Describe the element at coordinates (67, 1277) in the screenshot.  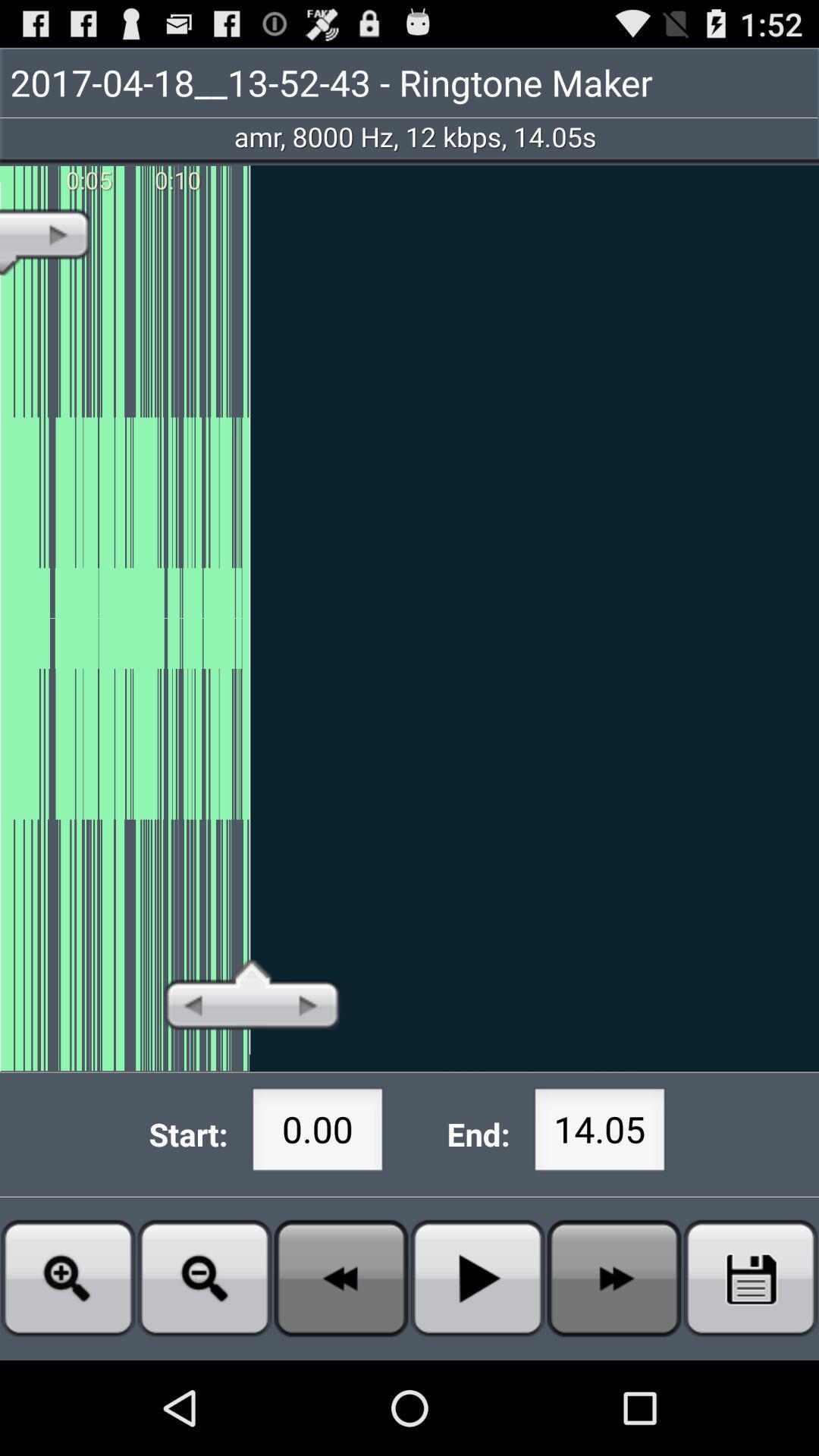
I see `zoom in` at that location.